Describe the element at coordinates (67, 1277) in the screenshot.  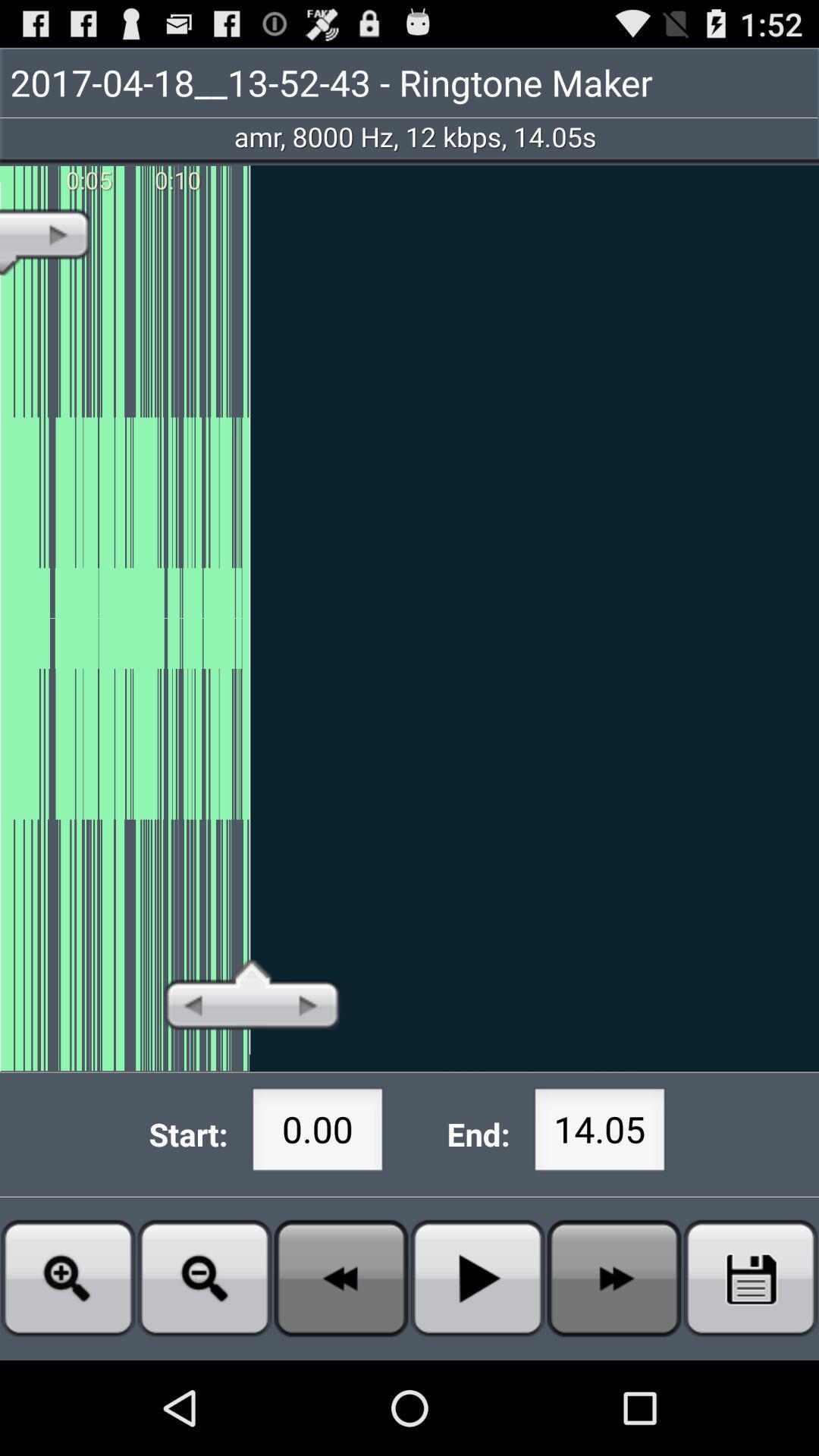
I see `zoom in` at that location.